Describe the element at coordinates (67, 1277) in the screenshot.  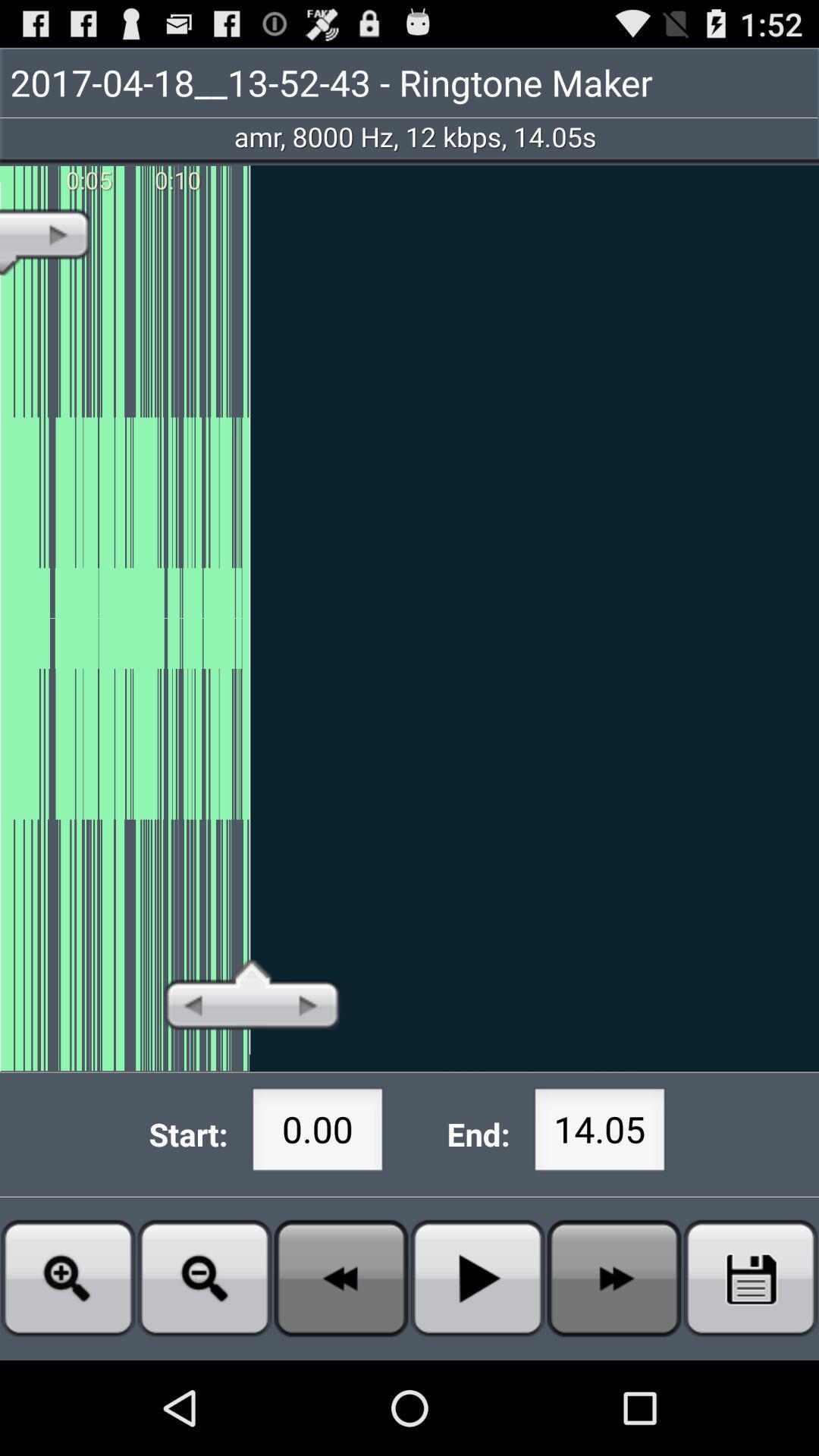
I see `zoom in` at that location.